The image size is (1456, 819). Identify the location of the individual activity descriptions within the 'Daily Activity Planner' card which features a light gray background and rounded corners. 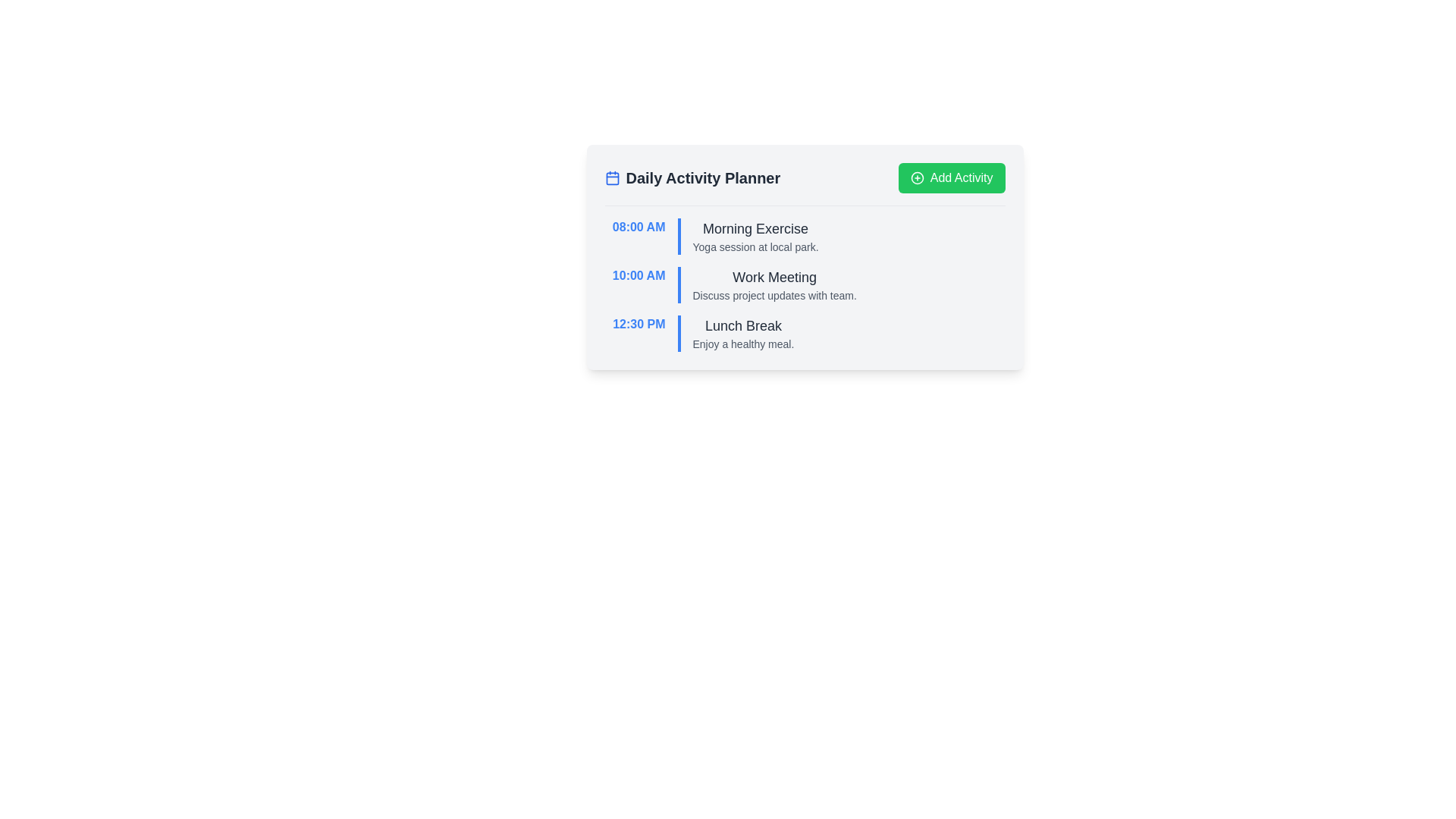
(804, 256).